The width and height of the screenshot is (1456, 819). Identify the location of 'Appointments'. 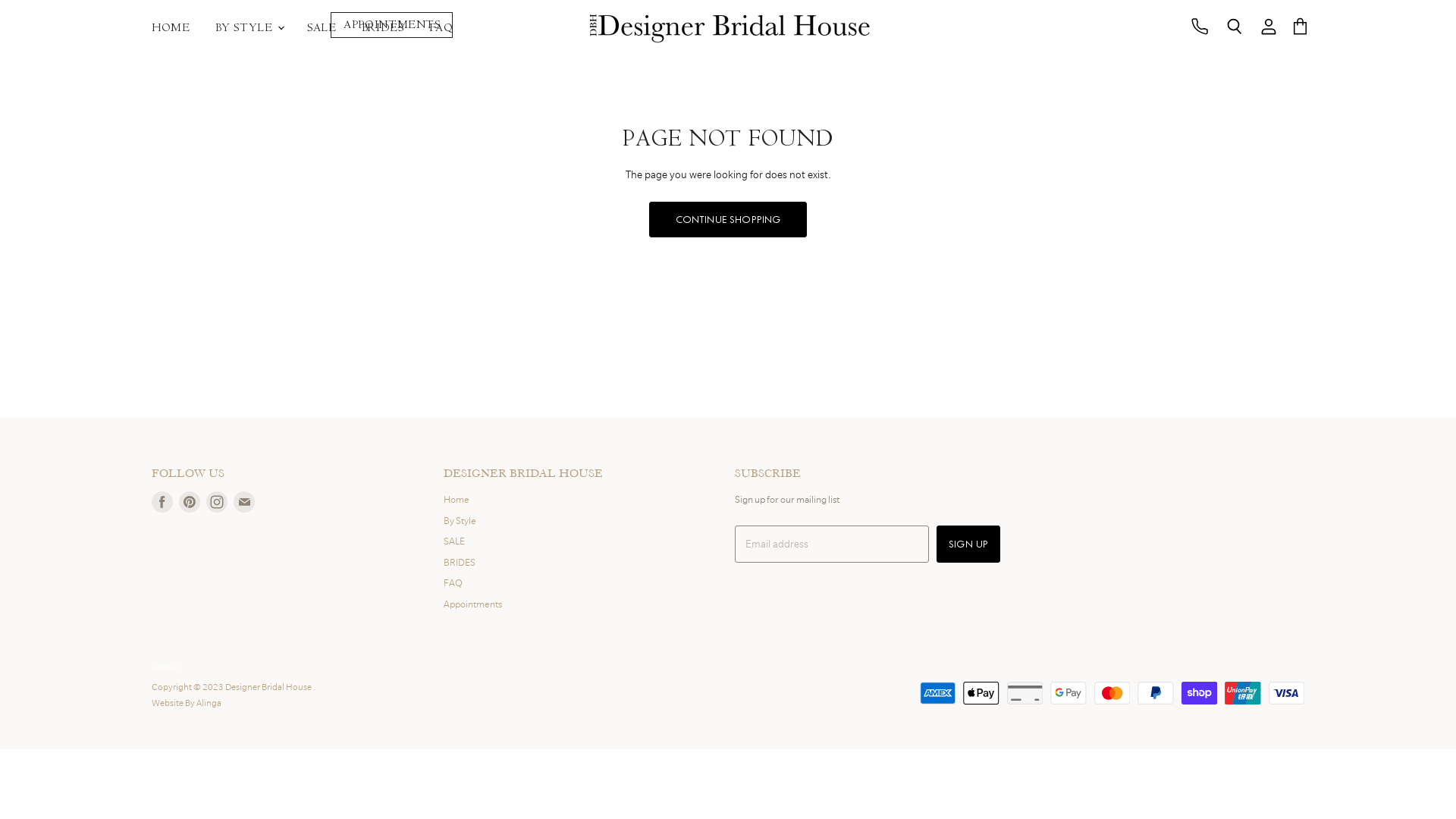
(472, 603).